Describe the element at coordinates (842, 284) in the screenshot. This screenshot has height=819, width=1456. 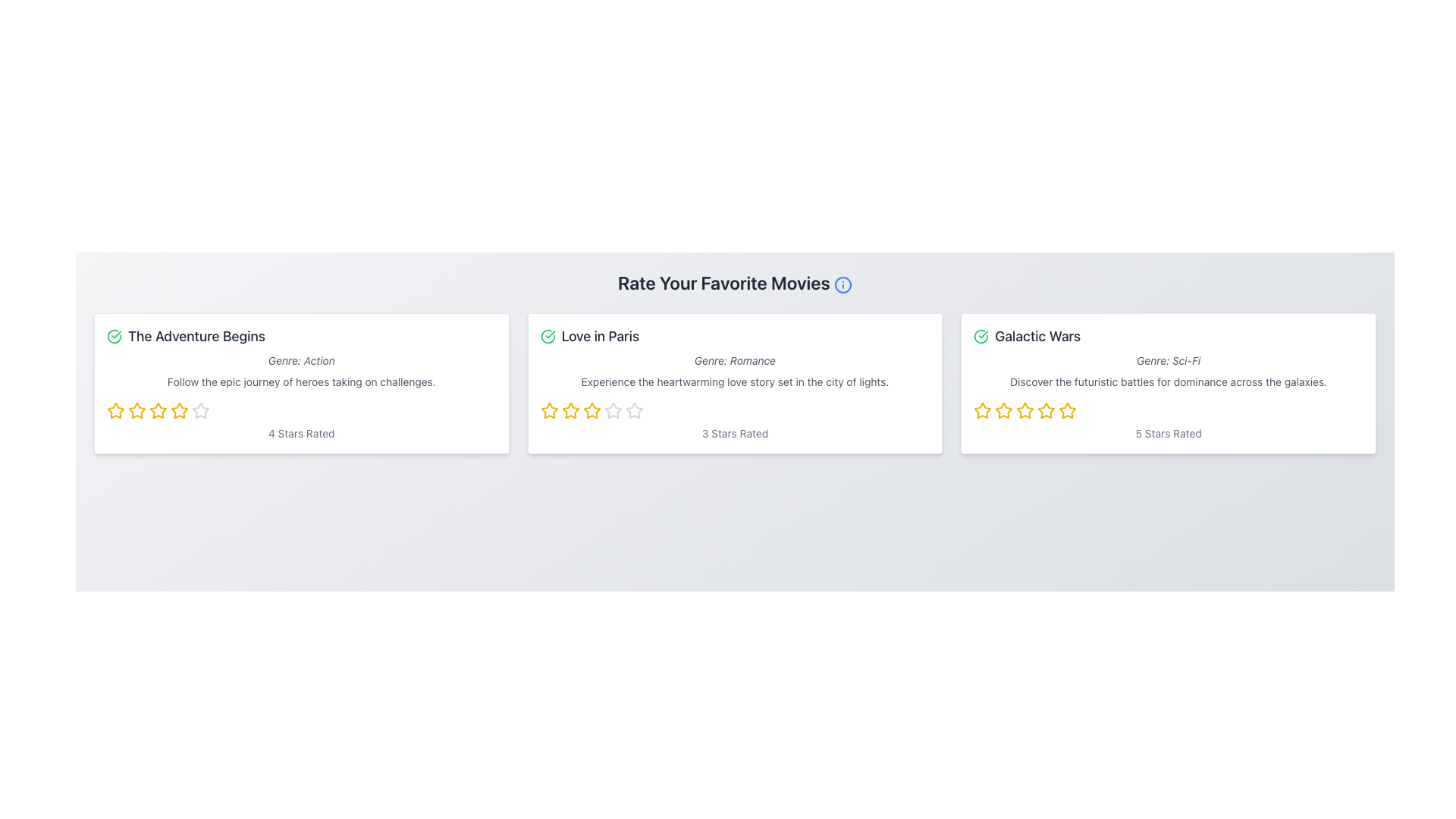
I see `the informational help icon located to the right side of the title 'Rate Your Favorite Movies'` at that location.